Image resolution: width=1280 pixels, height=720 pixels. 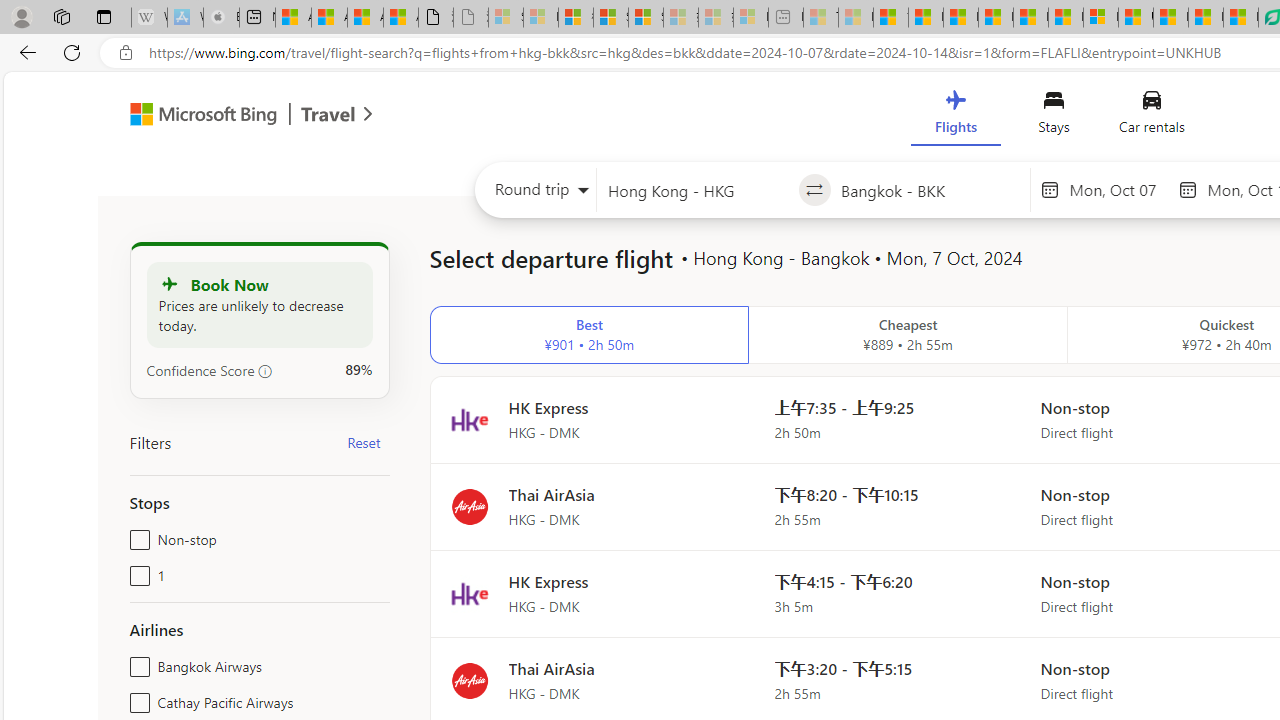 I want to click on 'Aberdeen, Hong Kong SAR weather forecast | Microsoft Weather', so click(x=329, y=17).